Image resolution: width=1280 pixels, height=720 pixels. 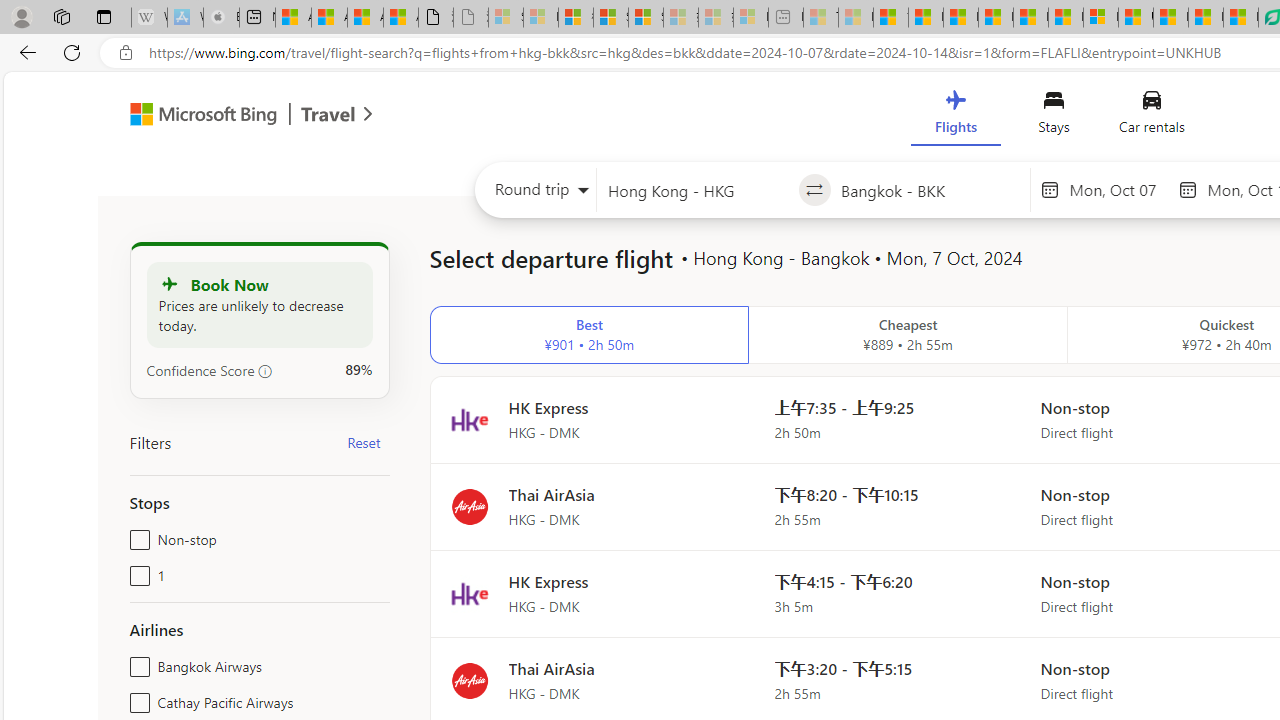 I want to click on 'Aberdeen, Hong Kong SAR weather forecast | Microsoft Weather', so click(x=329, y=17).